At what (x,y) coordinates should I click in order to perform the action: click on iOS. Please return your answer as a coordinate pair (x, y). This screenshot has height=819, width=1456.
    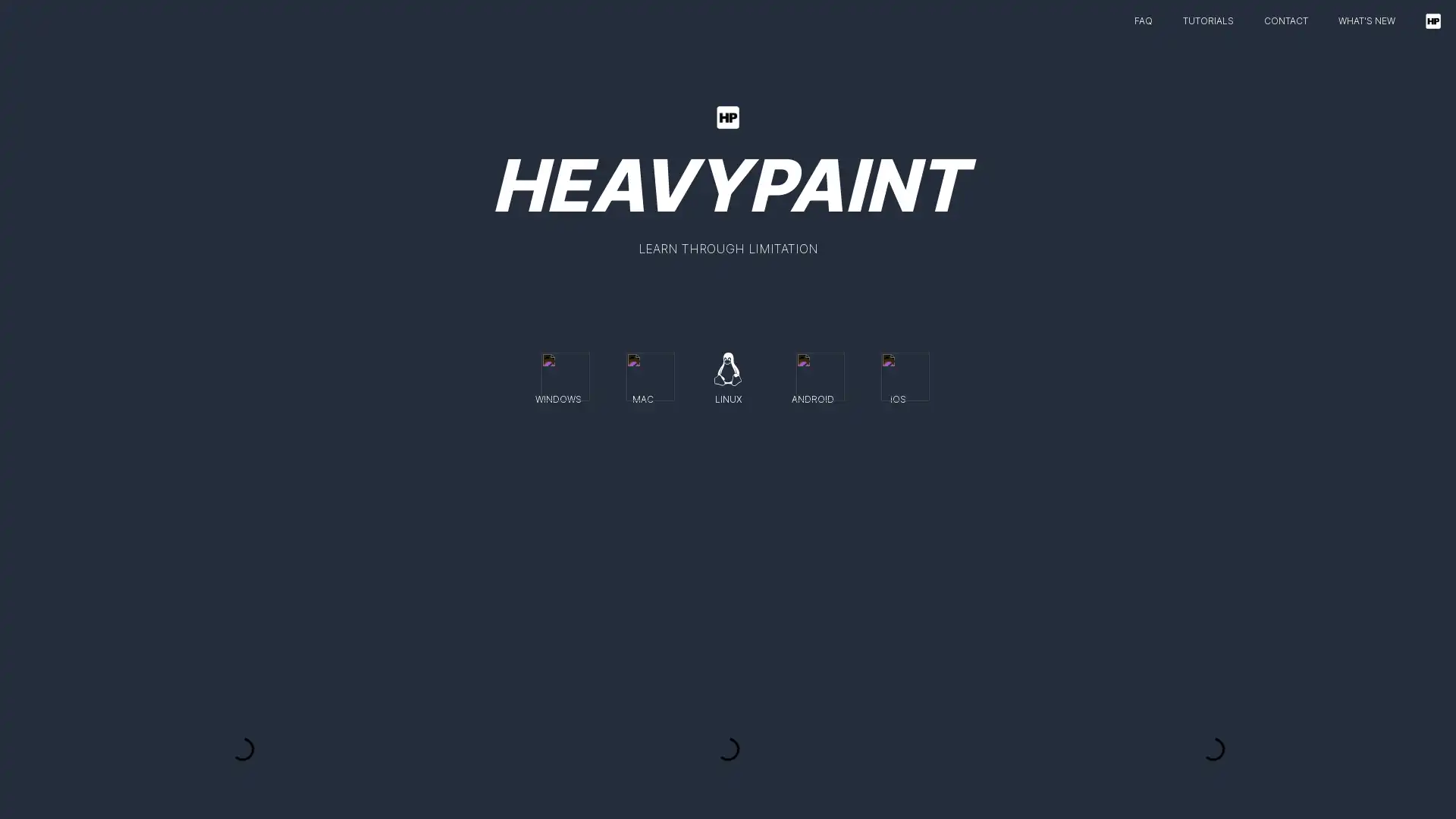
    Looking at the image, I should click on (898, 374).